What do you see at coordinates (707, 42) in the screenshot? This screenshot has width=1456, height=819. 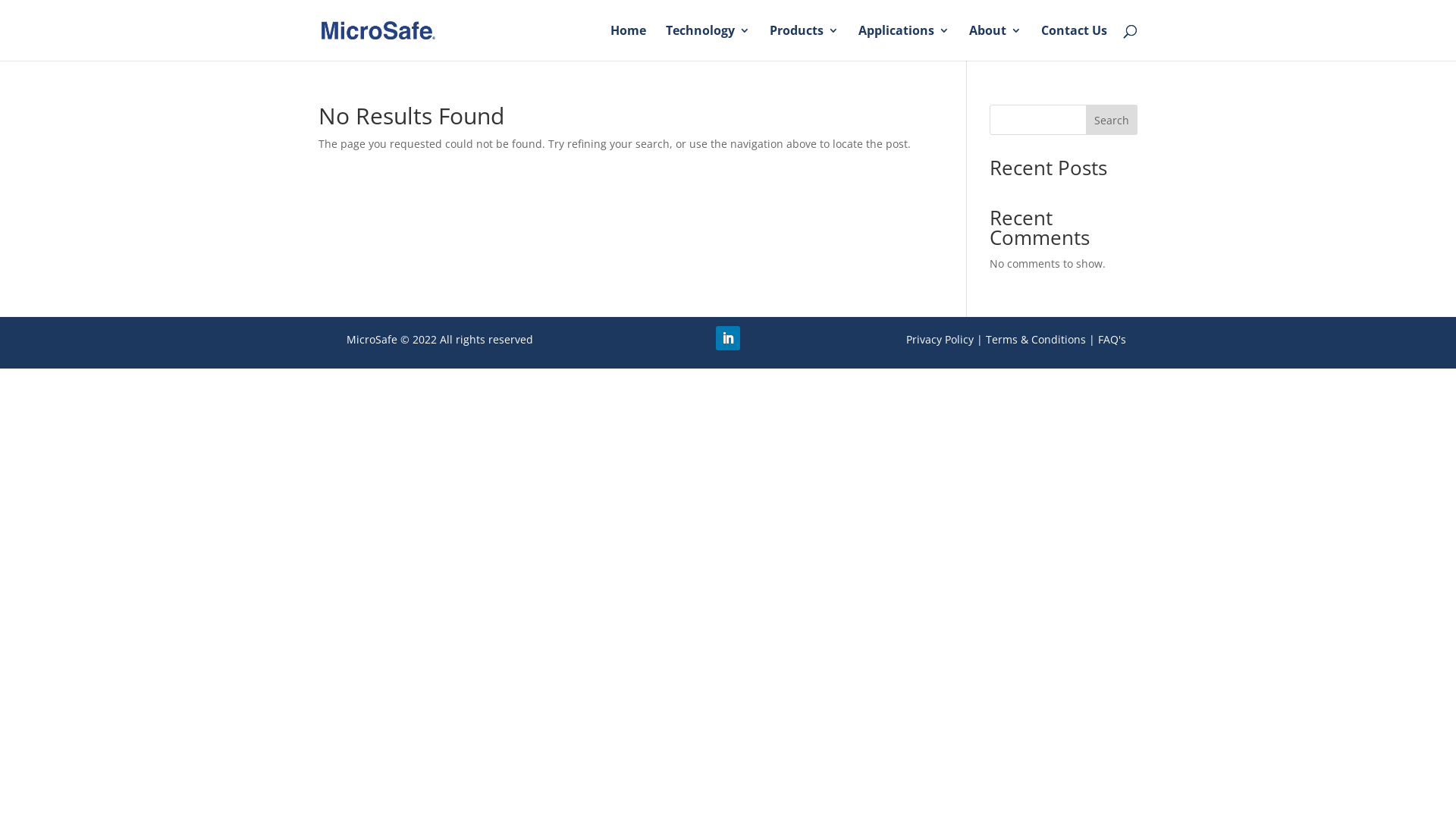 I see `'Technology'` at bounding box center [707, 42].